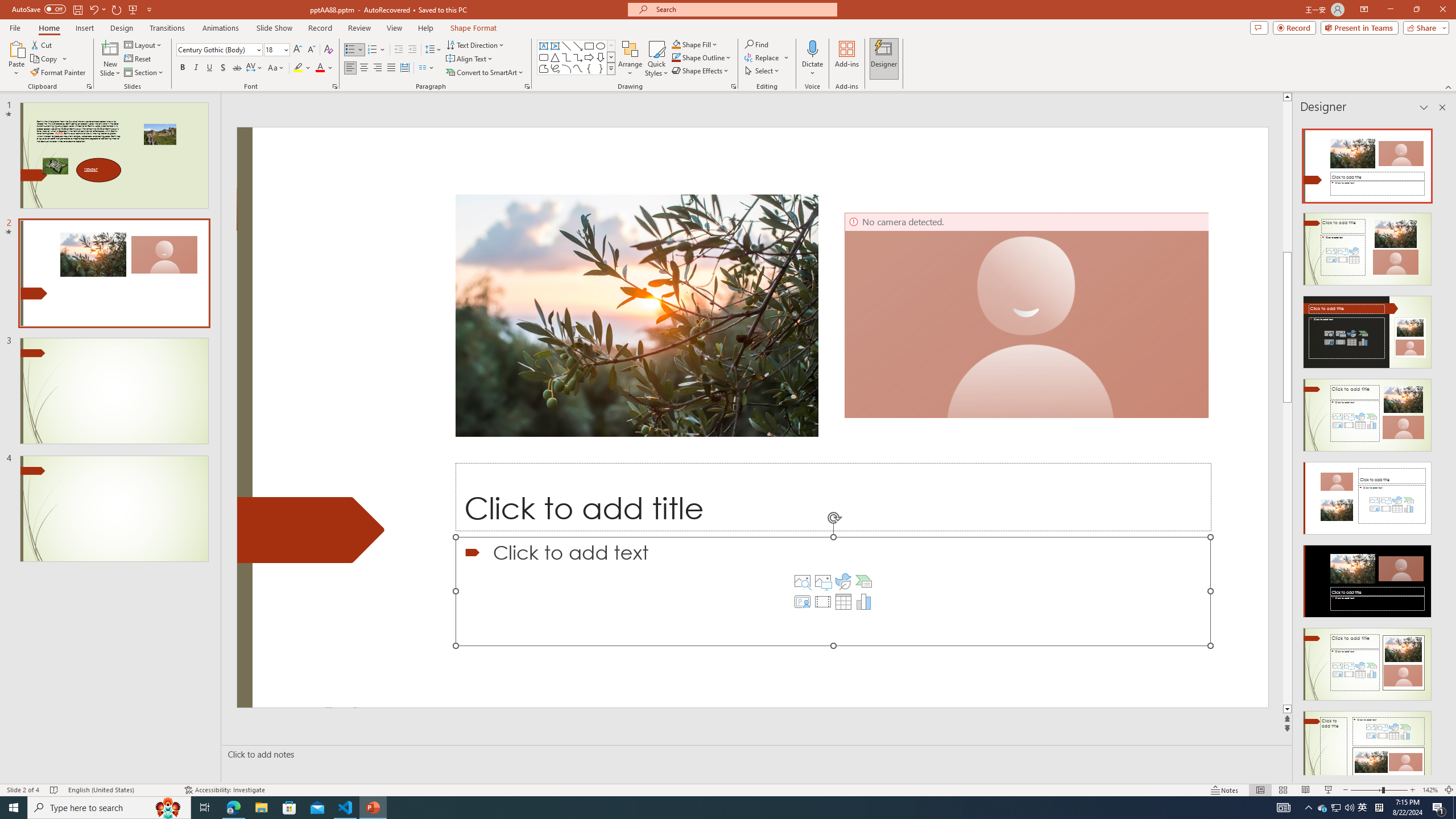 The width and height of the screenshot is (1456, 819). I want to click on 'Zoom 142%', so click(1430, 790).